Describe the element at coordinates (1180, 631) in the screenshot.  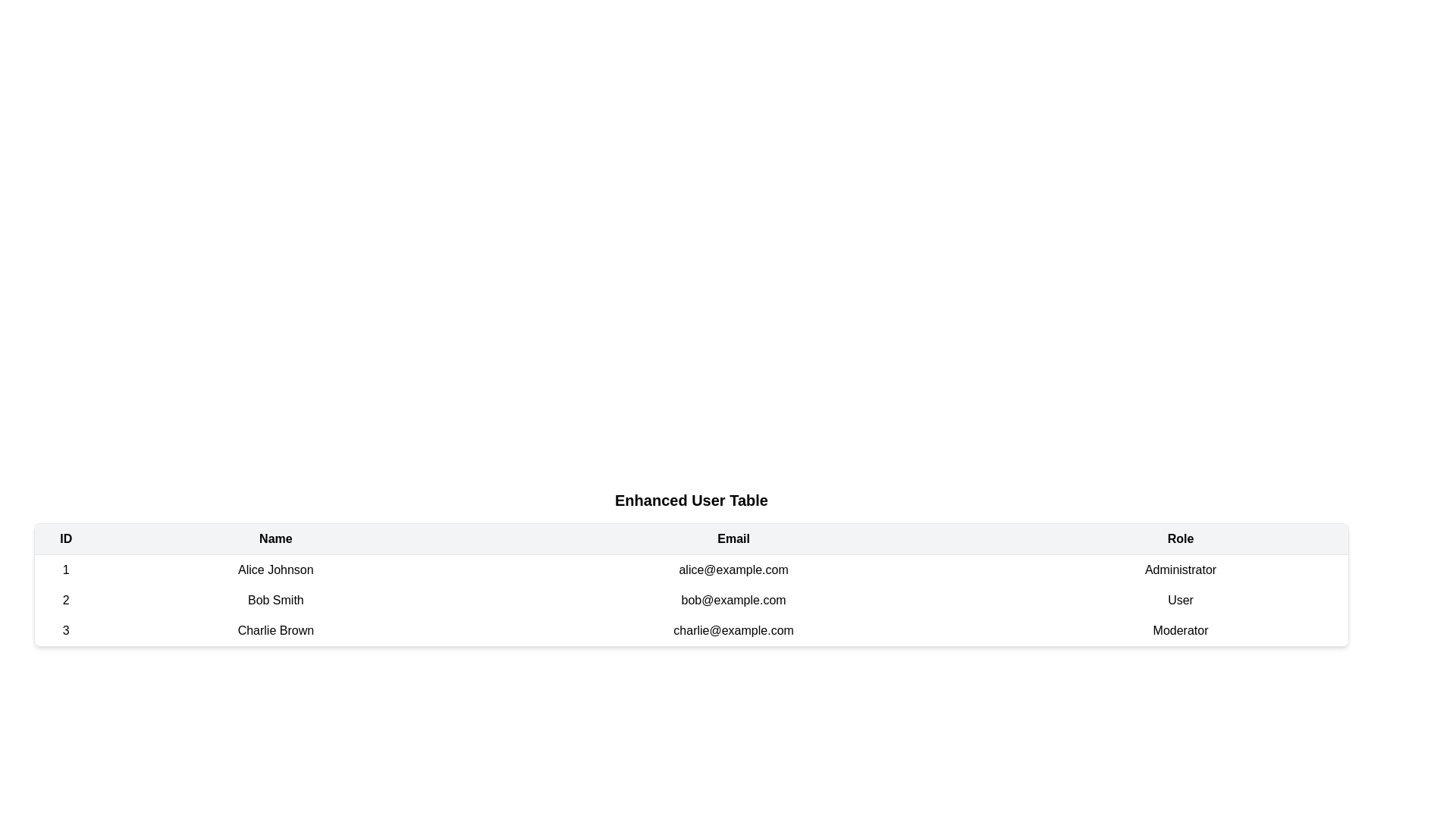
I see `the 'Moderator' label located in the last column of the third row of the table under the 'Role' header, which corresponds to the details of 'Charlie Brown'` at that location.